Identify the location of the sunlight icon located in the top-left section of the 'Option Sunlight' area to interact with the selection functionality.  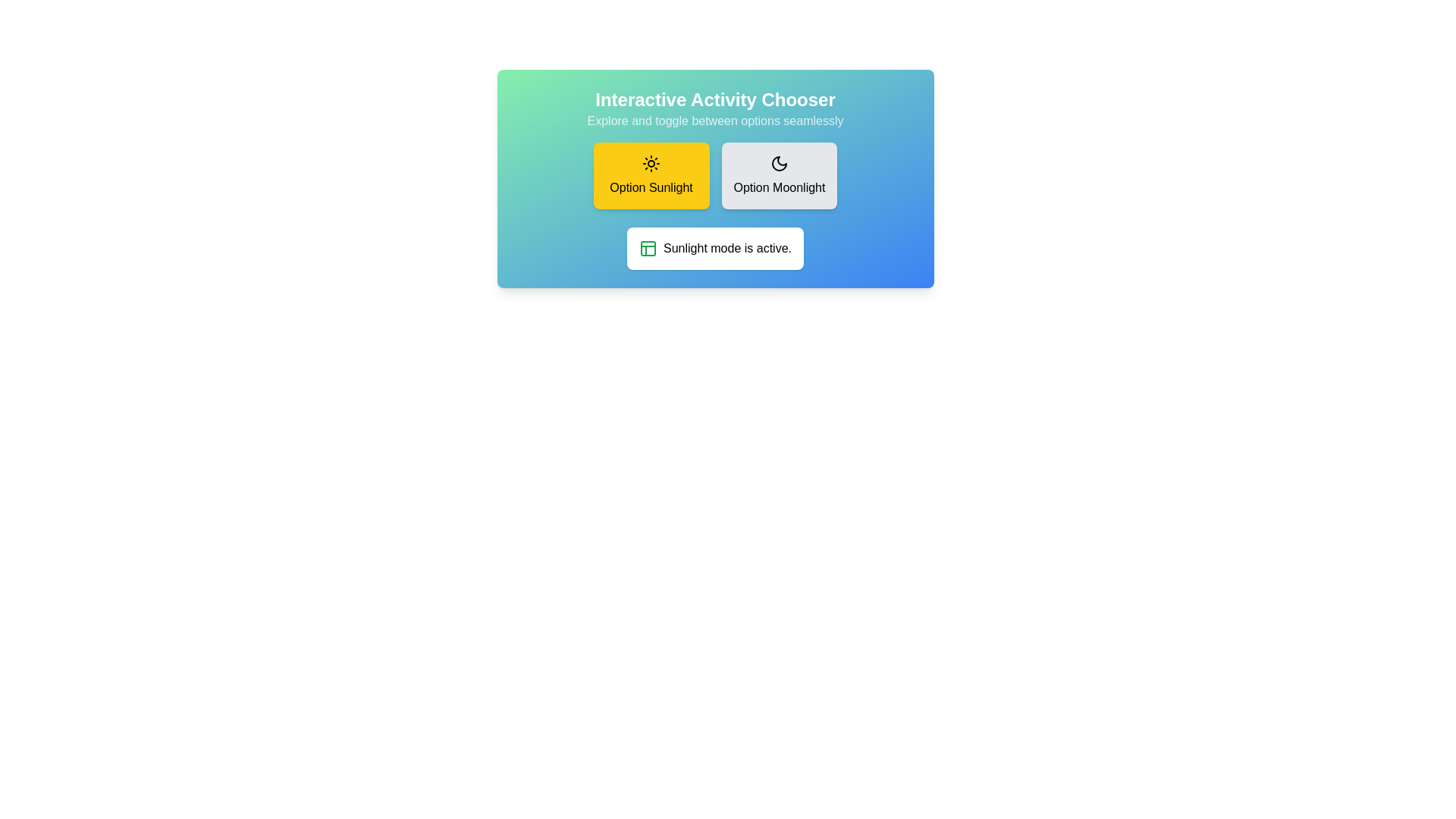
(651, 164).